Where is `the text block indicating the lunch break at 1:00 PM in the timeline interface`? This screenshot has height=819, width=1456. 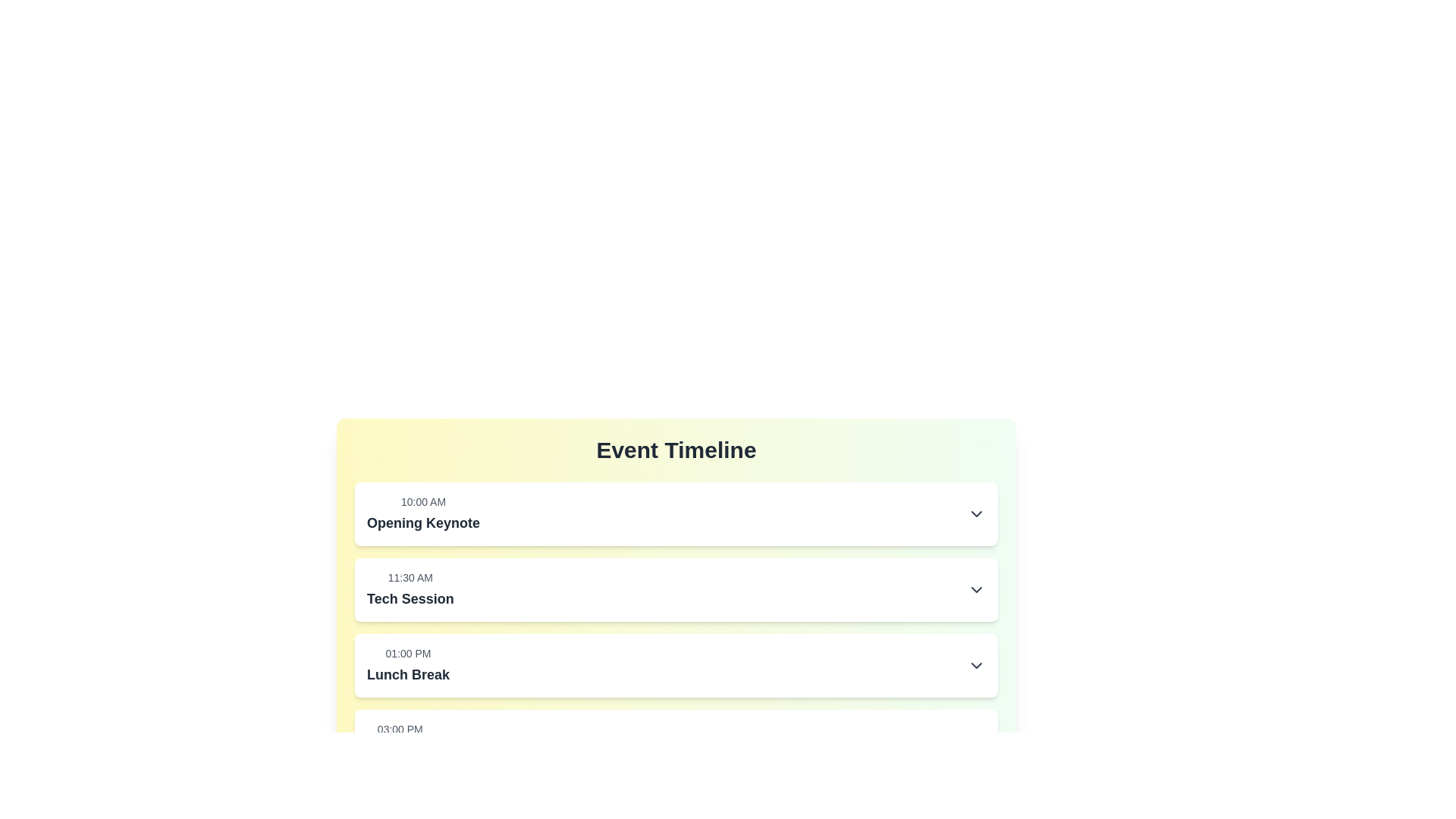
the text block indicating the lunch break at 1:00 PM in the timeline interface is located at coordinates (408, 665).